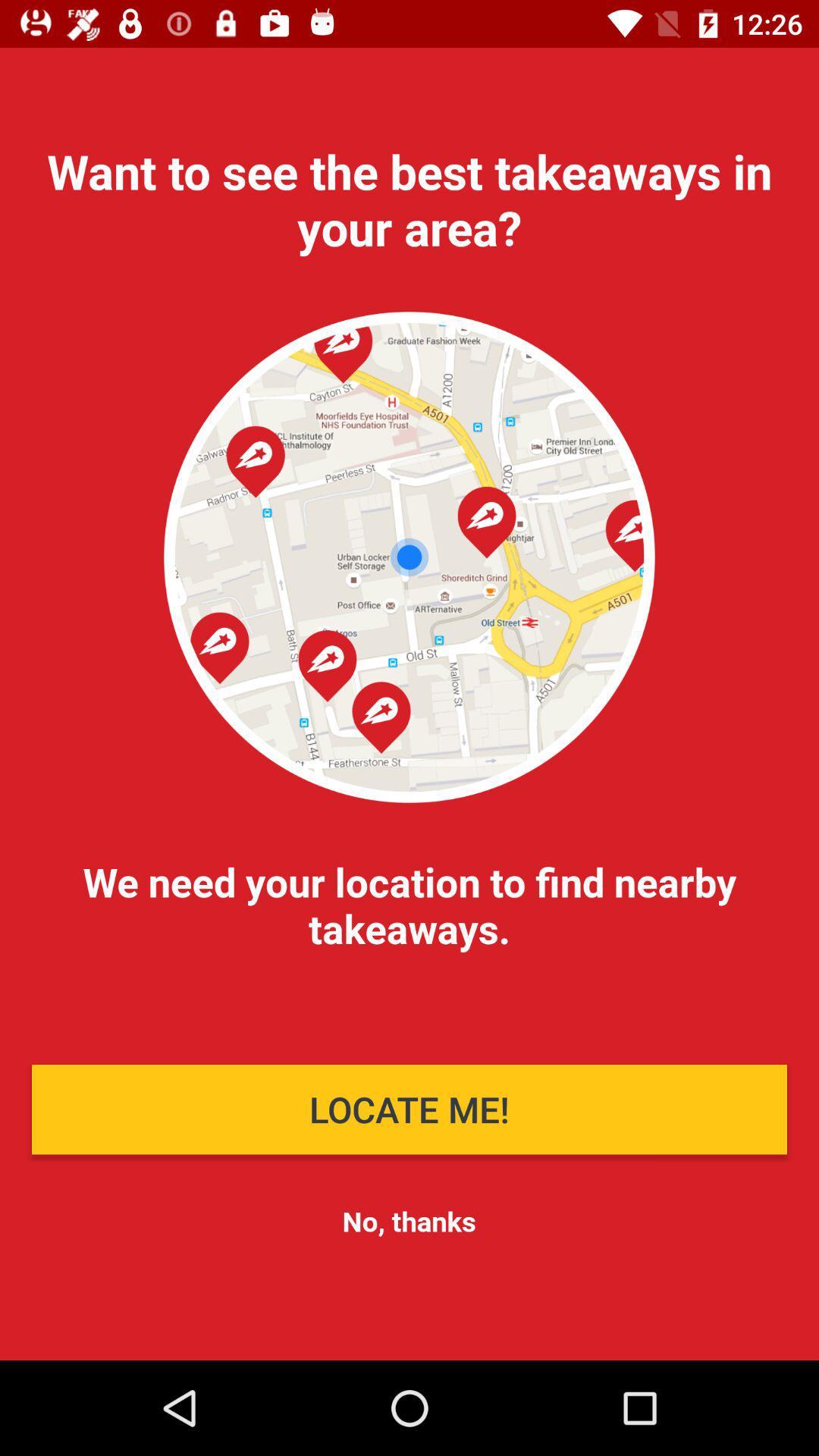 The width and height of the screenshot is (819, 1456). I want to click on the icon below the locate me! icon, so click(408, 1221).